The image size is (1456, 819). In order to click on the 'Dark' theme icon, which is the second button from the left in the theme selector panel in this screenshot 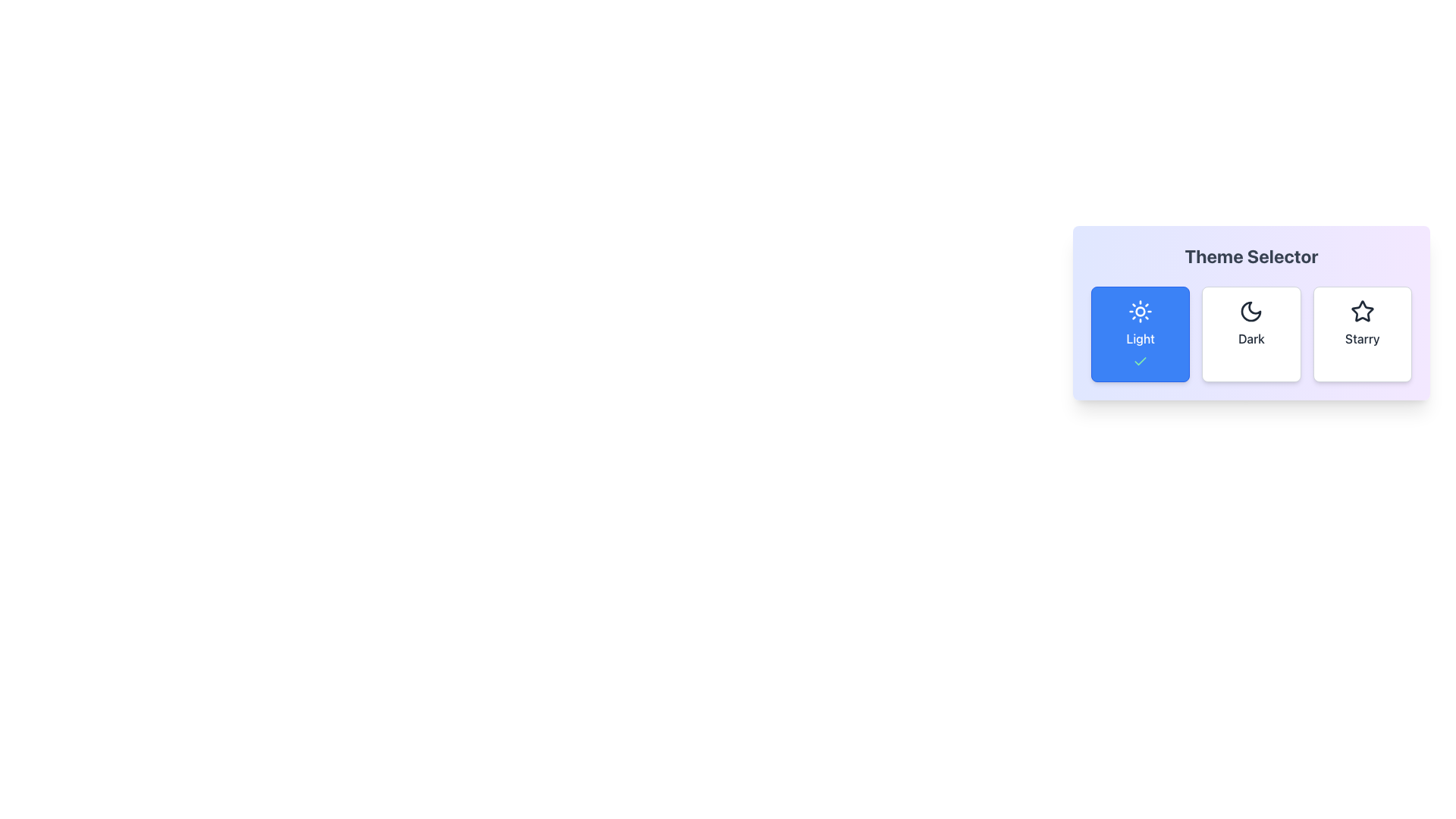, I will do `click(1251, 311)`.